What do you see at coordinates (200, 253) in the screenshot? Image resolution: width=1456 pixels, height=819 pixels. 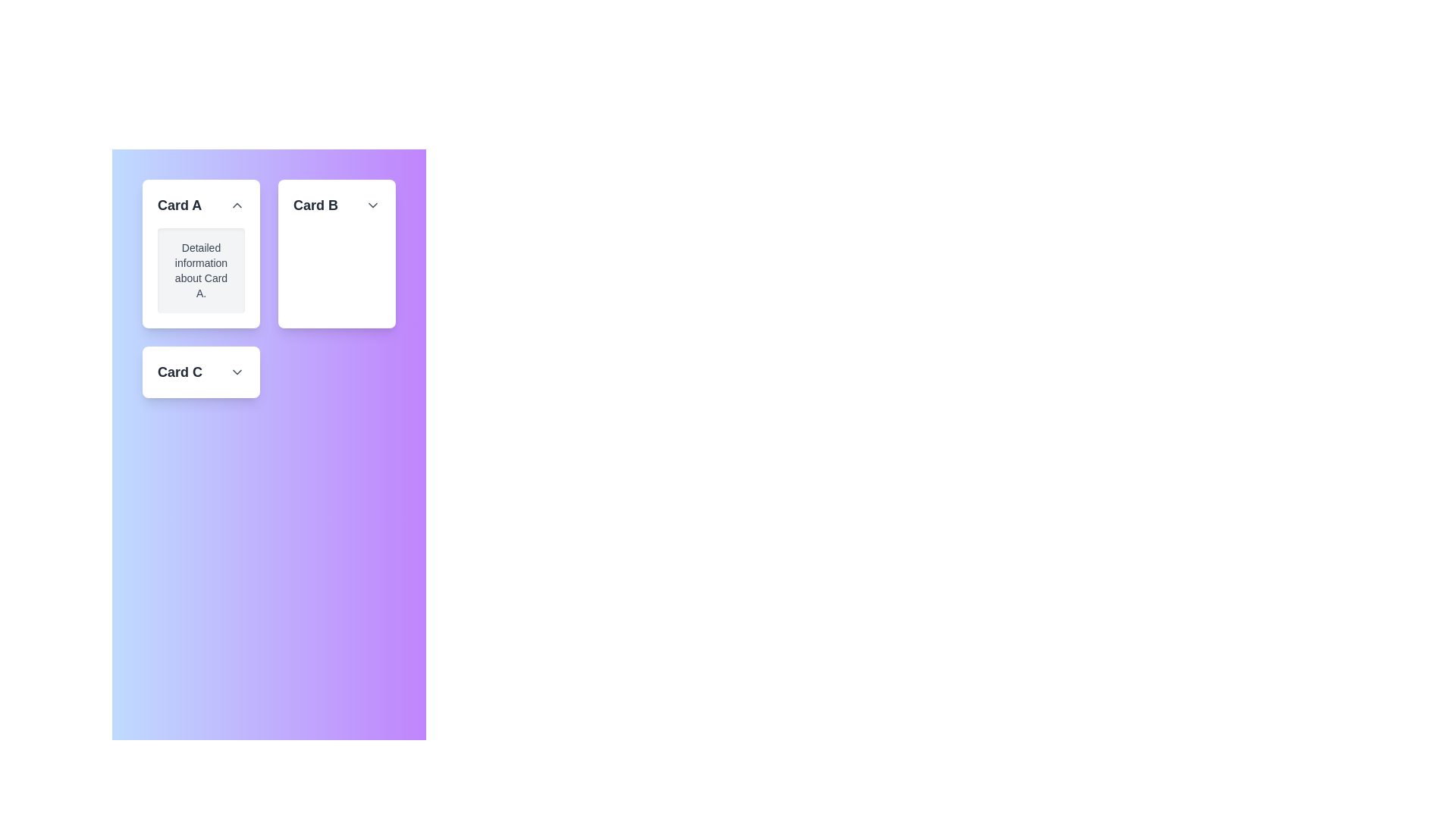 I see `details of the Card component displaying information about 'Card A', which is located in the top-left corner of the grid layout` at bounding box center [200, 253].